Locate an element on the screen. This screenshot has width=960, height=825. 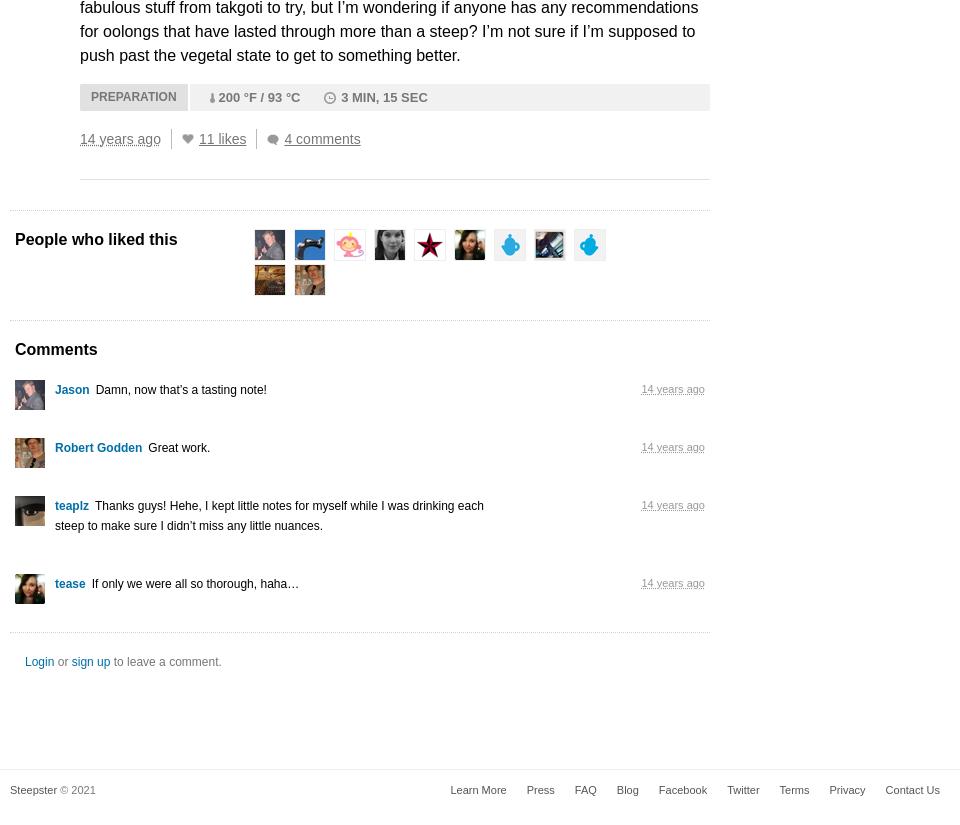
'200 °F / 93 °C' is located at coordinates (258, 97).